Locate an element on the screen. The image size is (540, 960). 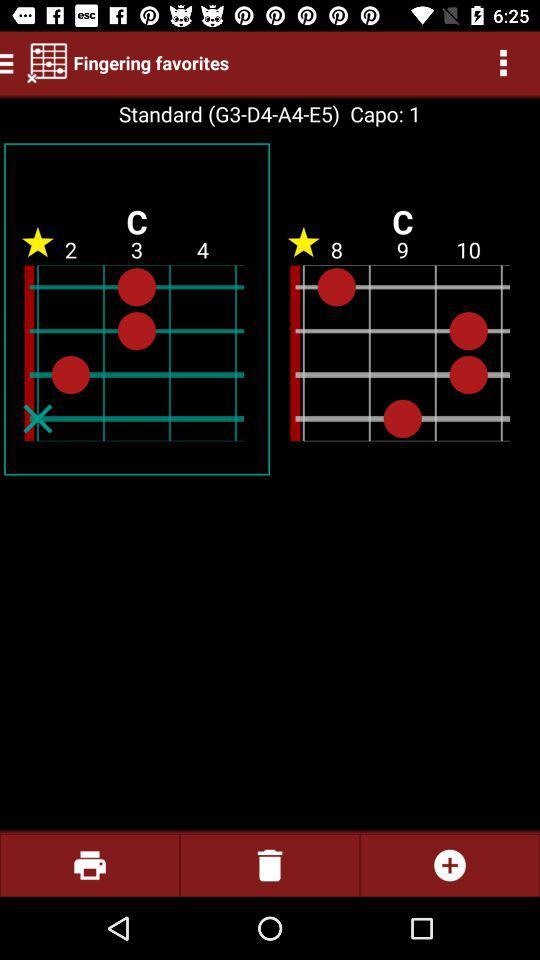
item next to standard g3 d4 icon is located at coordinates (380, 114).